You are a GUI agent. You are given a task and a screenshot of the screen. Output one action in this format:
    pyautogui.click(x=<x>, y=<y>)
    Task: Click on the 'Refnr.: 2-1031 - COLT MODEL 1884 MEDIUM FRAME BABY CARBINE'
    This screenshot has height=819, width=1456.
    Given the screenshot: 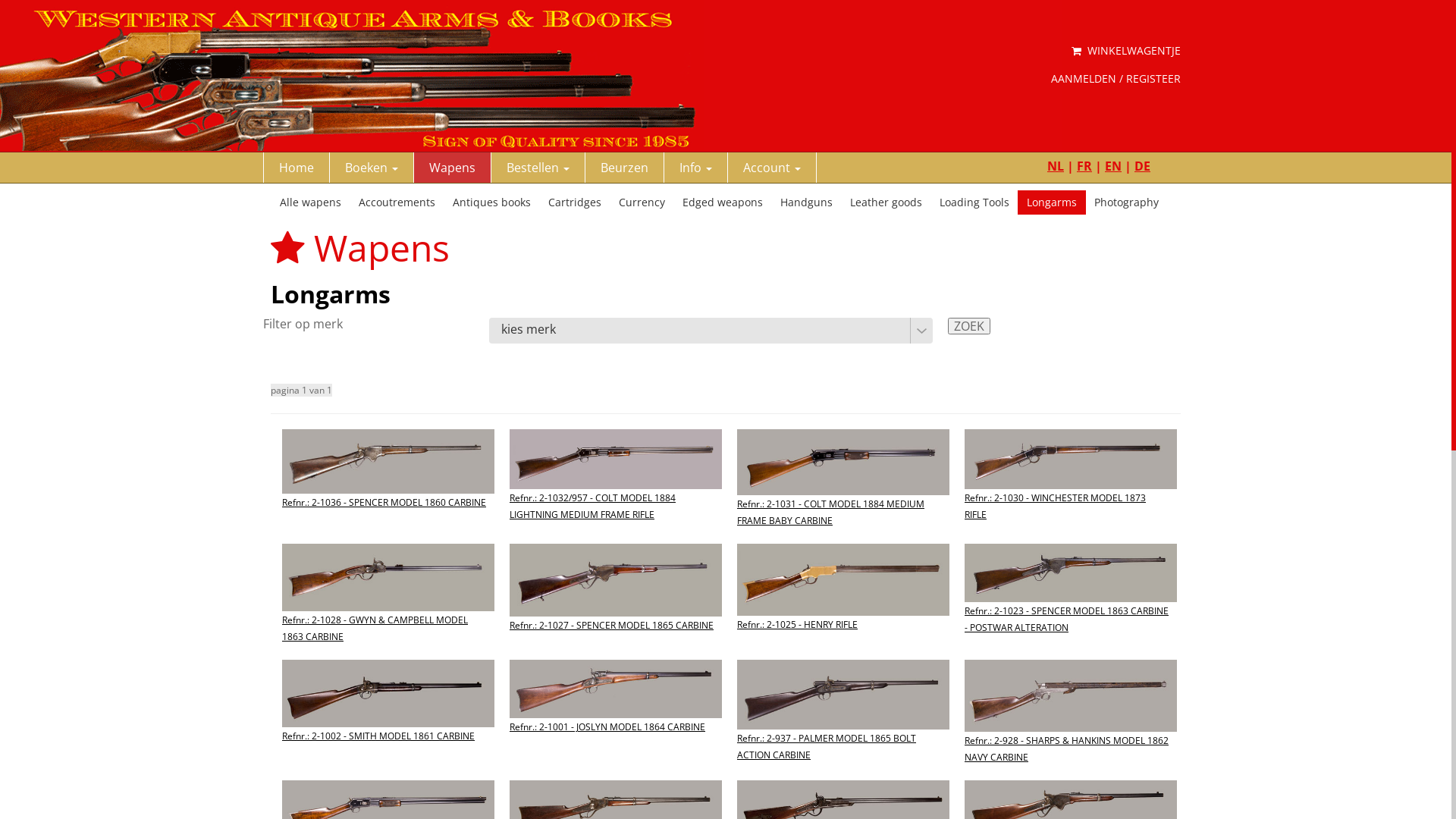 What is the action you would take?
    pyautogui.click(x=843, y=490)
    